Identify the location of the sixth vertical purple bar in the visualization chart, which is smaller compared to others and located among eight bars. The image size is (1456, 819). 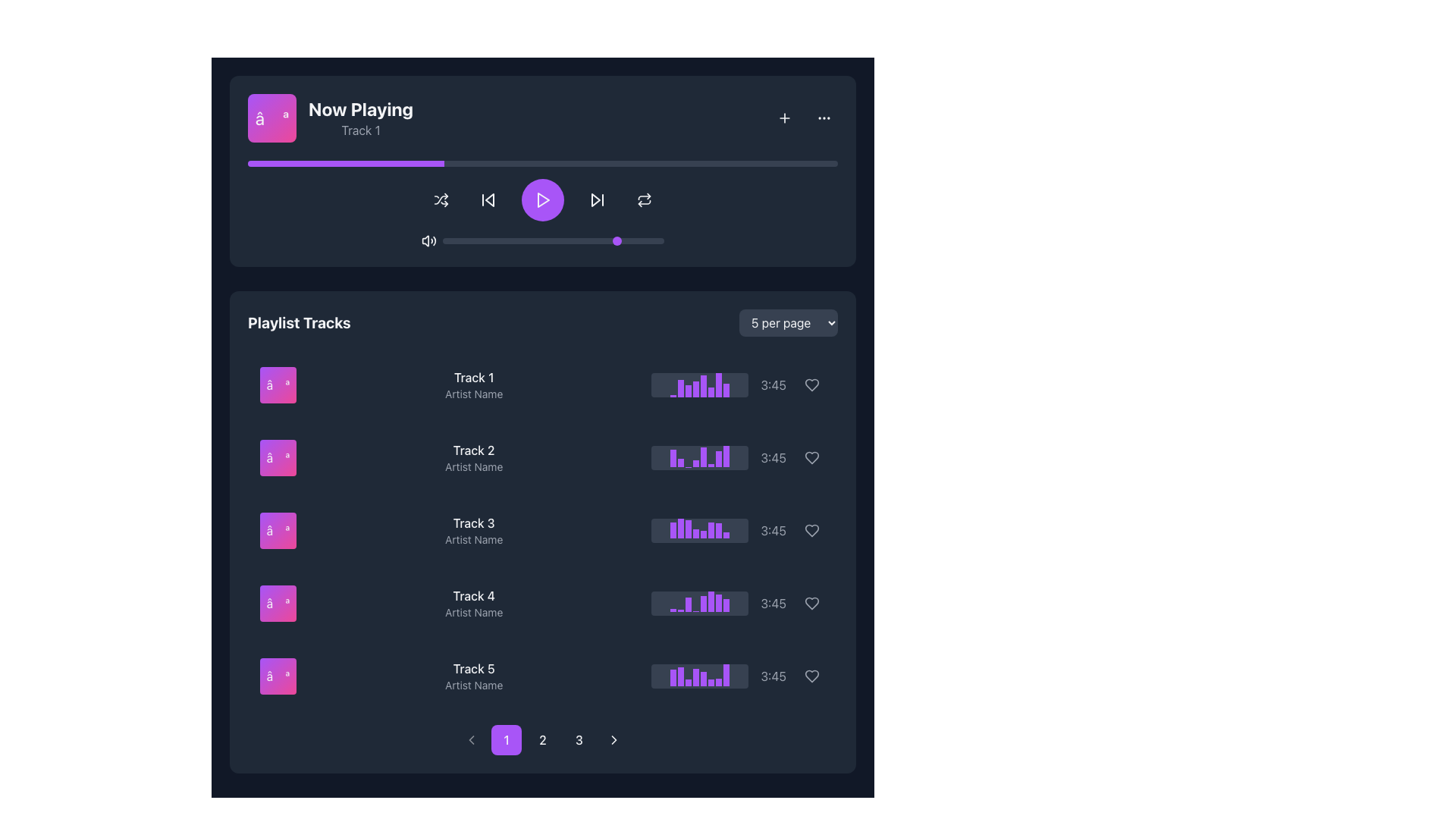
(711, 391).